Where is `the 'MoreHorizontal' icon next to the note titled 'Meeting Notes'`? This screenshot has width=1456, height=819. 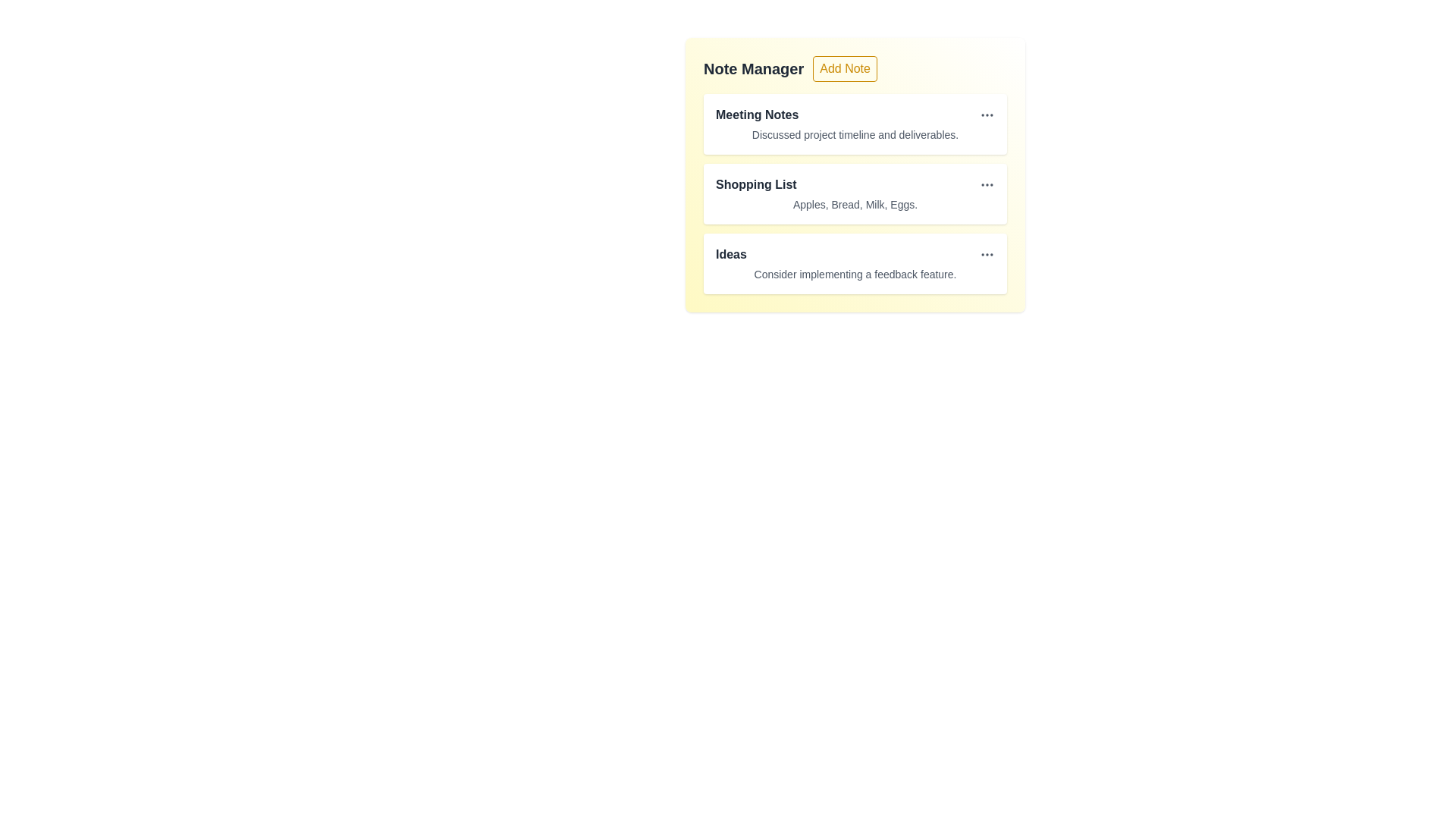
the 'MoreHorizontal' icon next to the note titled 'Meeting Notes' is located at coordinates (987, 114).